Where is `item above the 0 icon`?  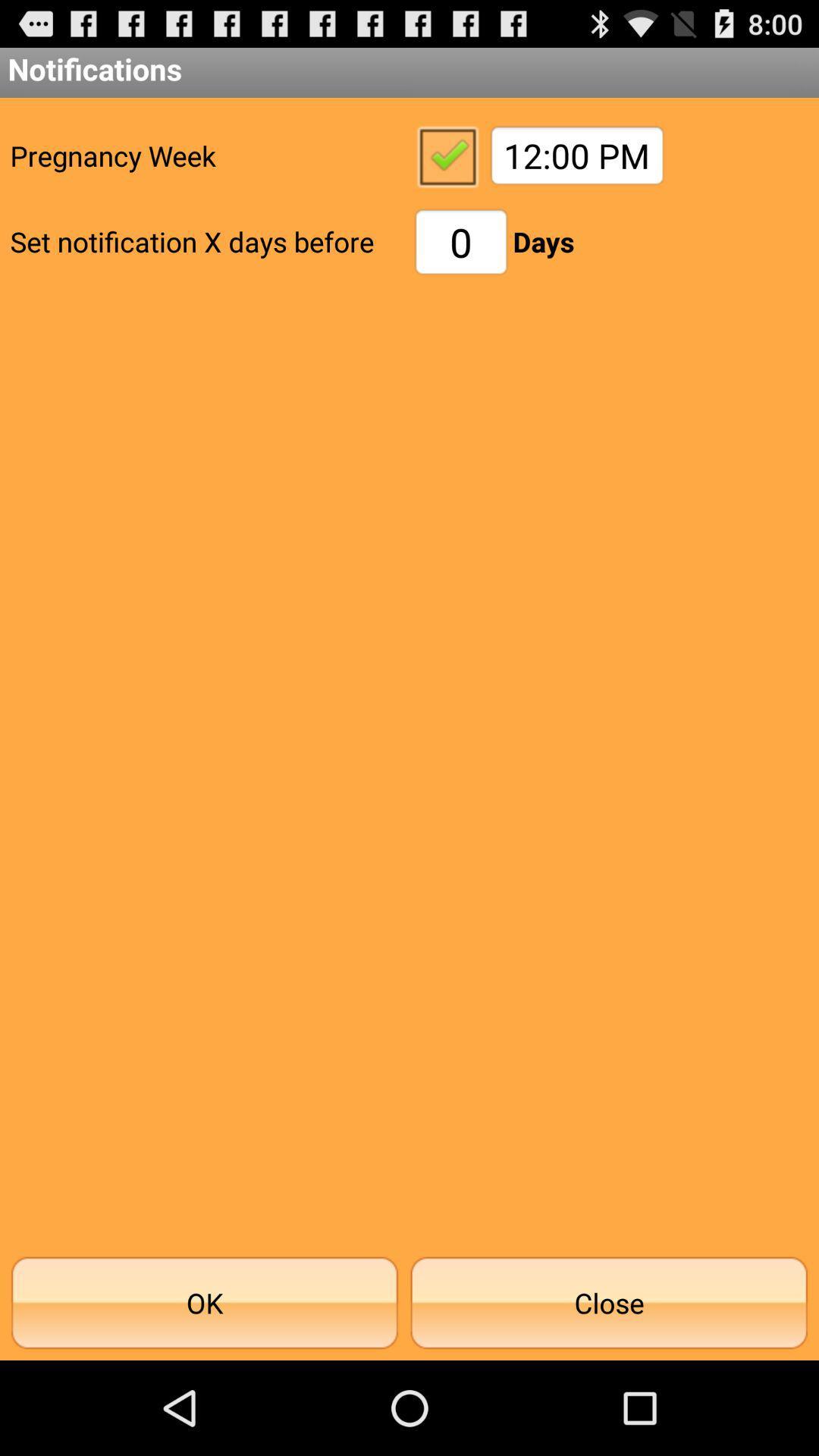
item above the 0 icon is located at coordinates (446, 155).